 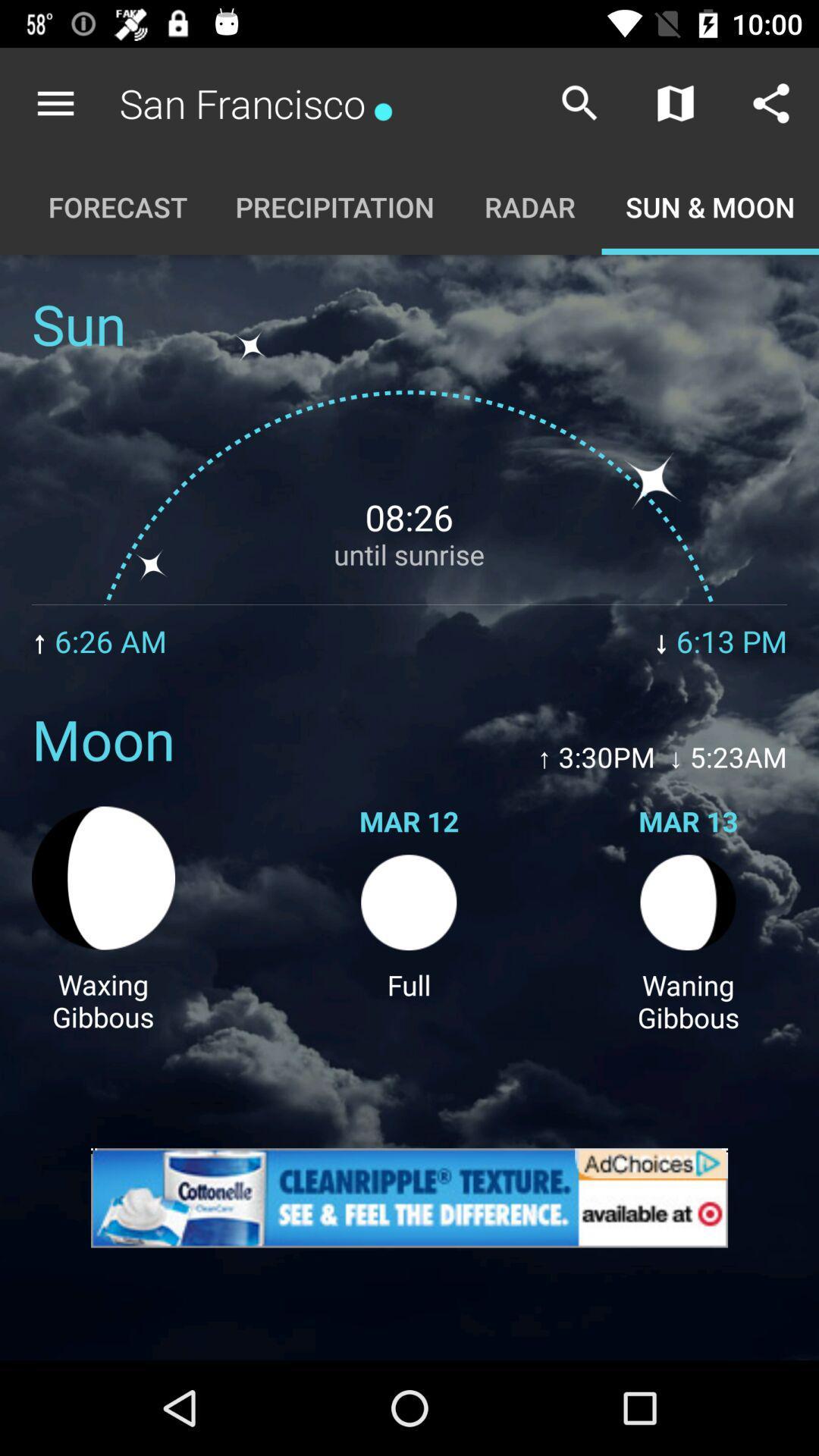 I want to click on item next to full, so click(x=102, y=1000).